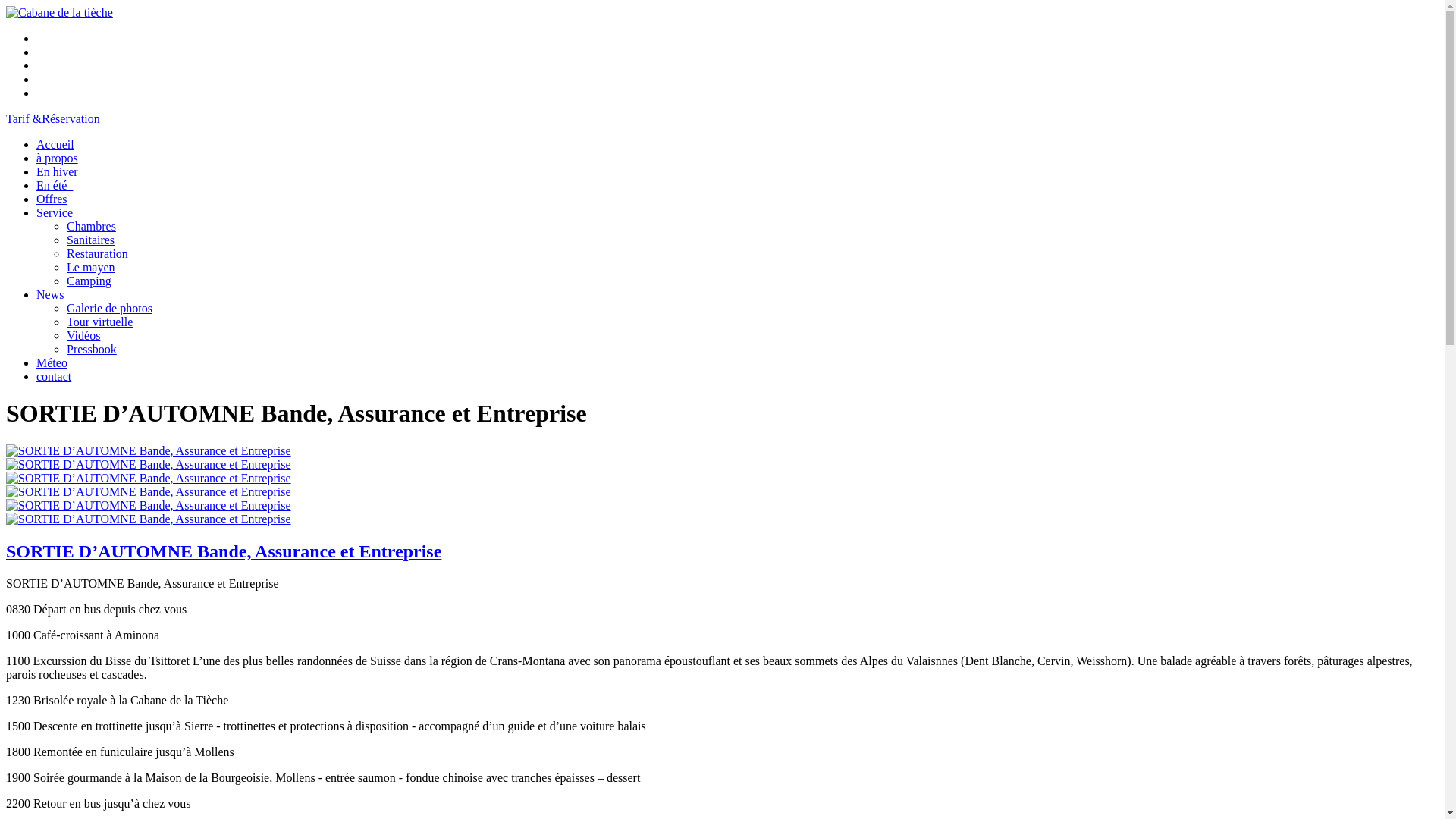  I want to click on 'Camping', so click(88, 281).